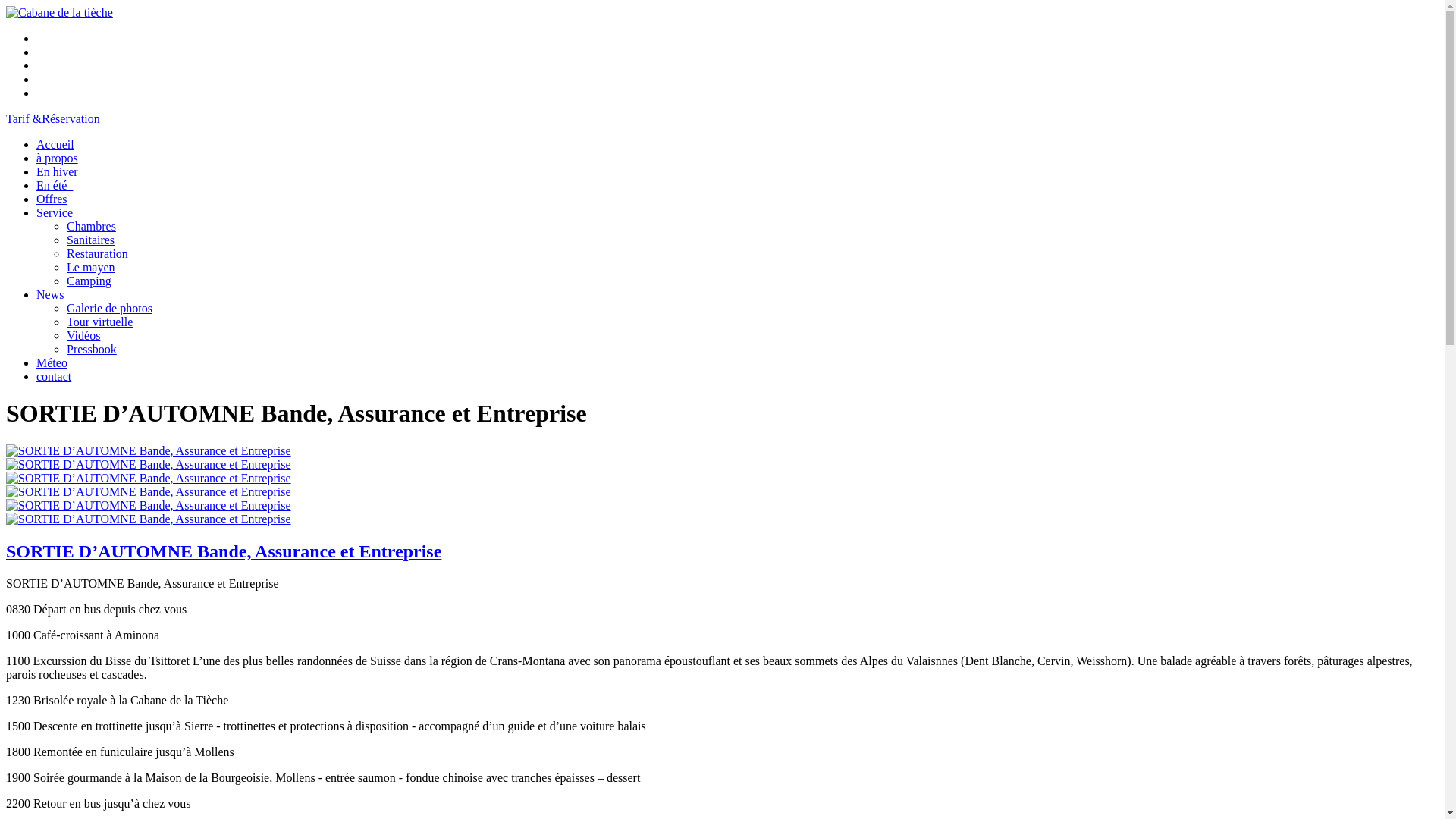  I want to click on 'Camping', so click(88, 281).